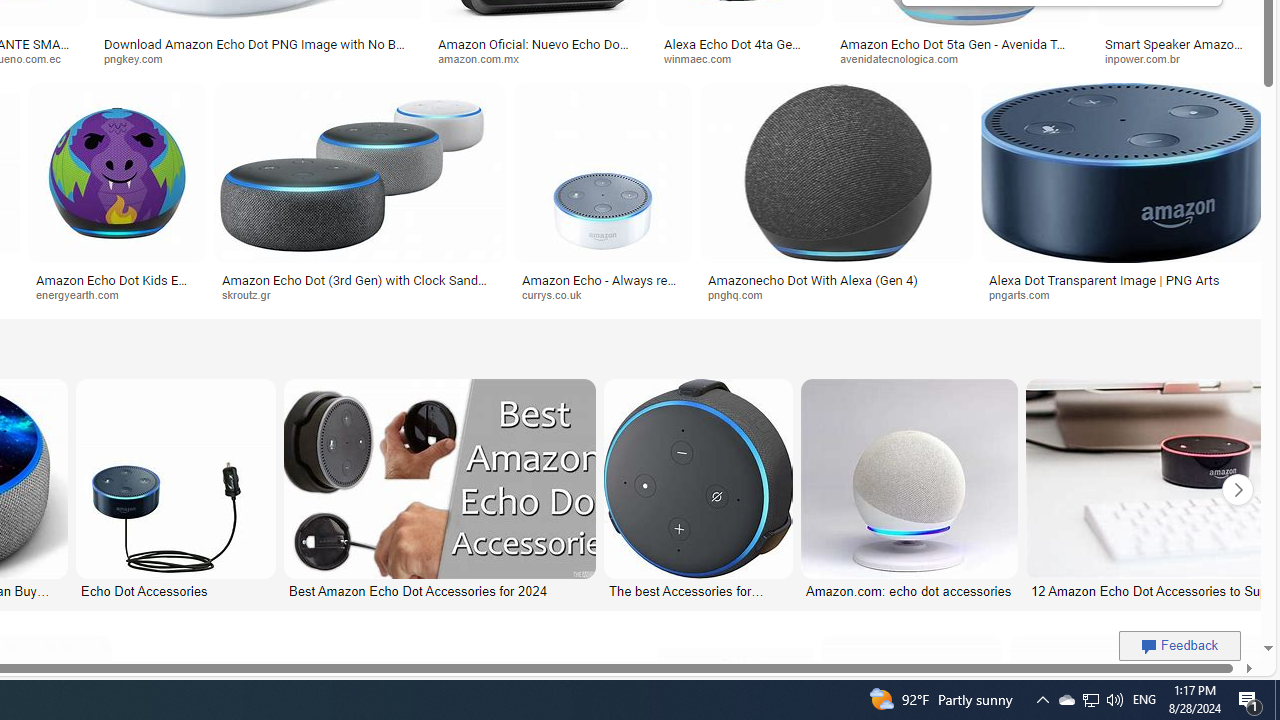 The image size is (1280, 720). I want to click on 'pngarts.com', so click(1123, 295).